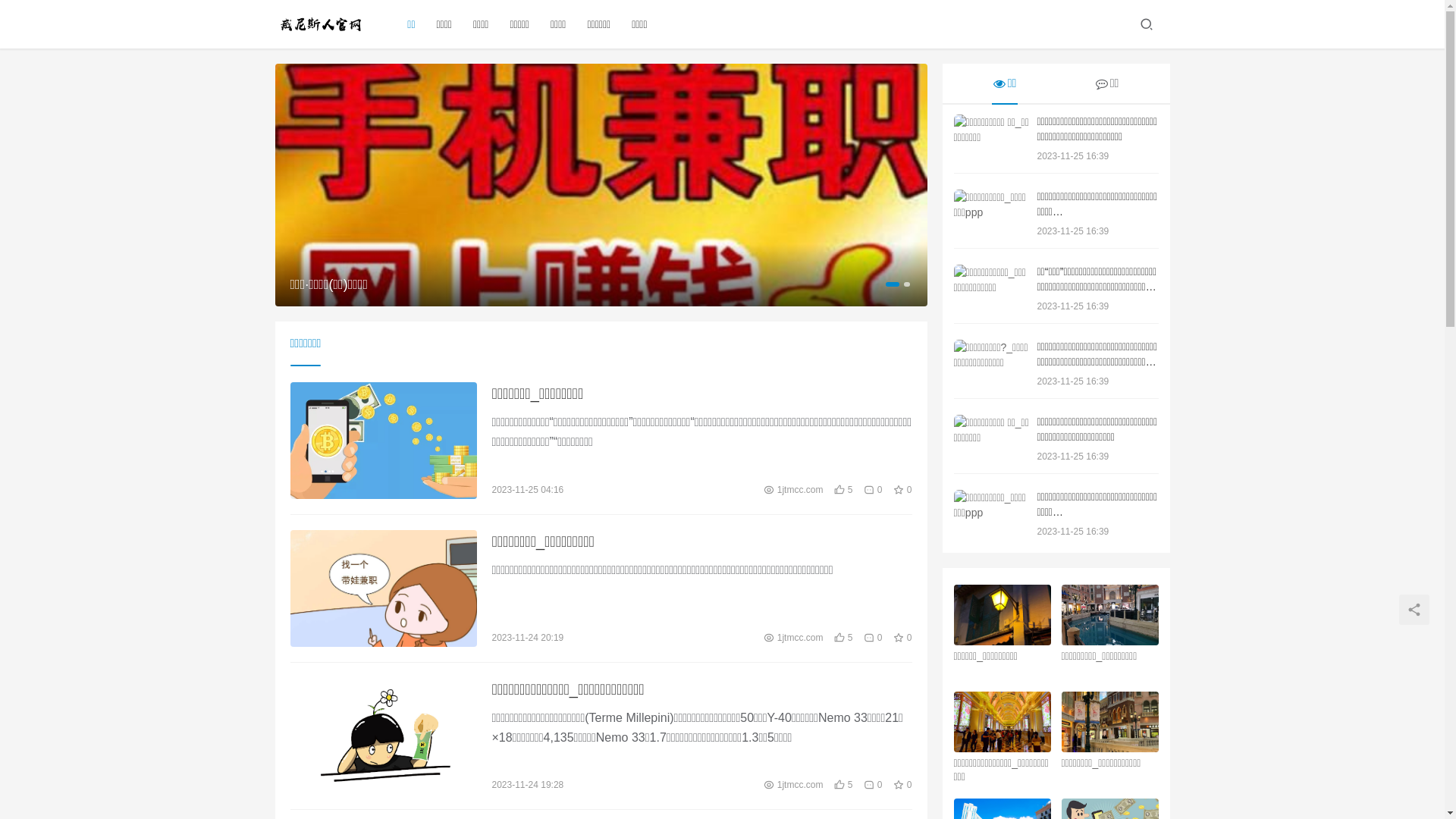 This screenshot has height=819, width=1456. I want to click on '0', so click(873, 637).